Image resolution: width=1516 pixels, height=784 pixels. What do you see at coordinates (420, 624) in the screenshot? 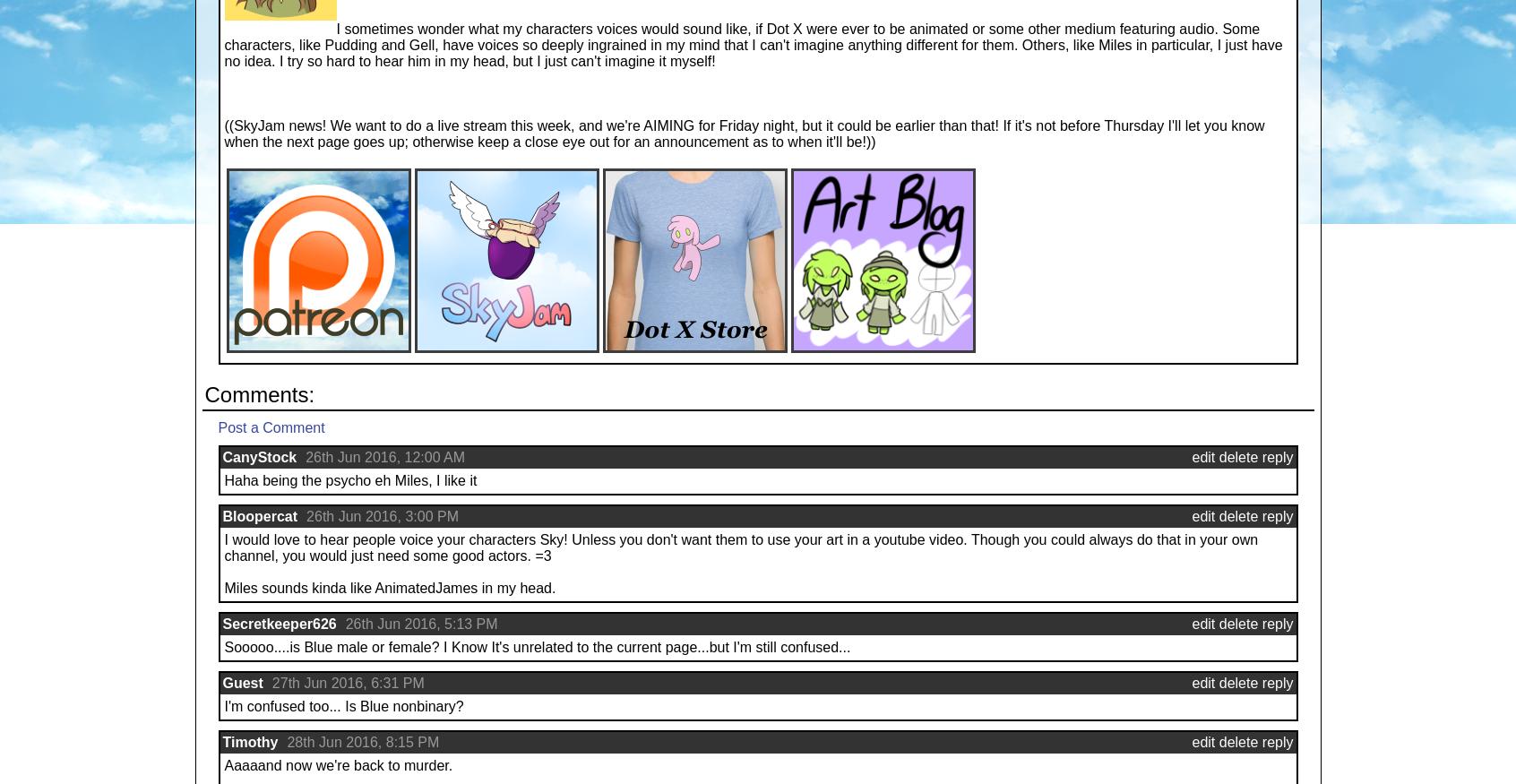
I see `'26th Jun 2016, 5:13 PM'` at bounding box center [420, 624].